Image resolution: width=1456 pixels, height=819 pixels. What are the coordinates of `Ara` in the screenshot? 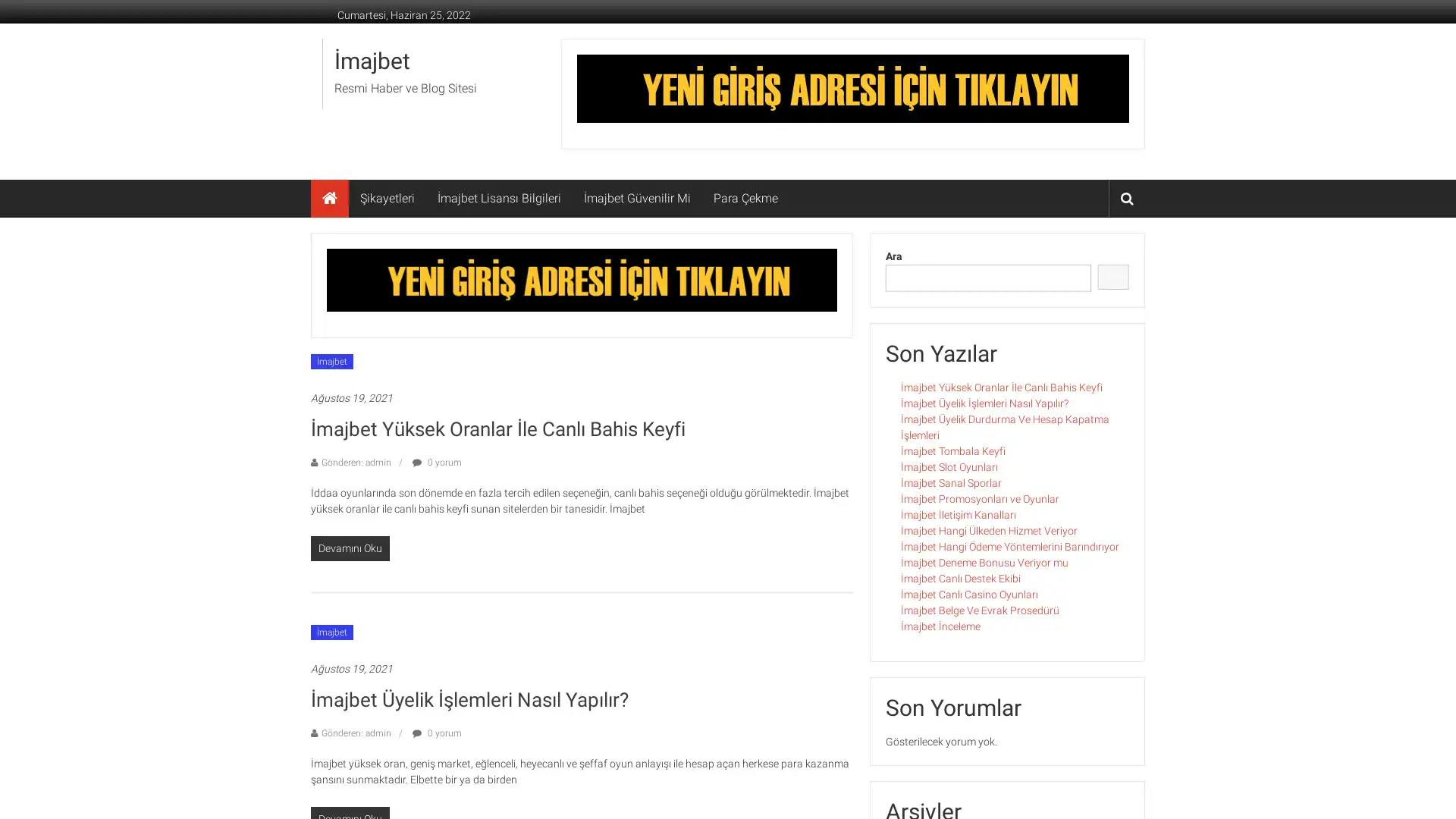 It's located at (1113, 277).